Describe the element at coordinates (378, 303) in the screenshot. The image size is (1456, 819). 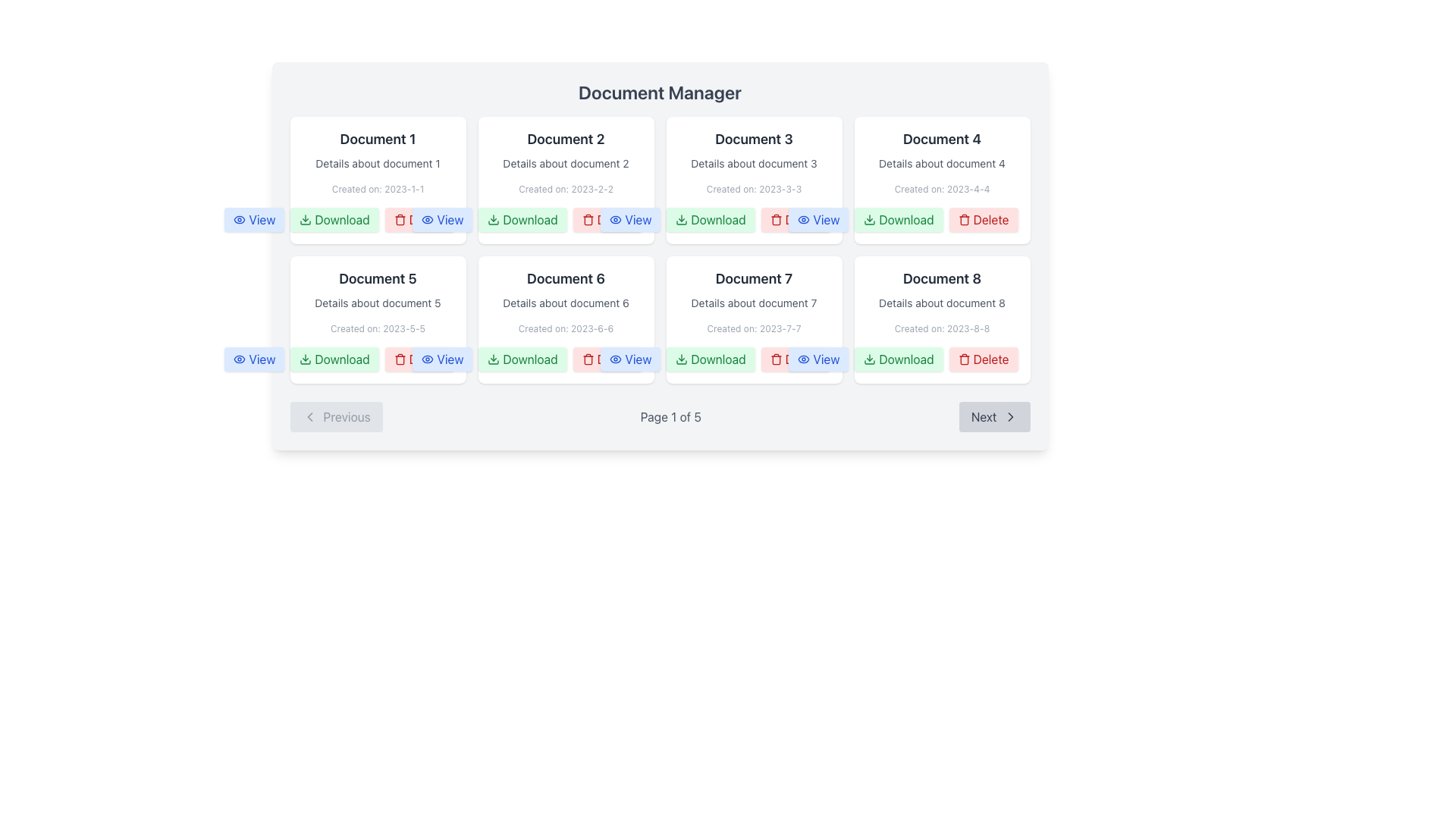
I see `the text label element that displays 'Details about document 5', located below the title 'Document 5' and above the date line 'Created on: 2023-5-5', which is in the left-middle portion of the grid layout` at that location.